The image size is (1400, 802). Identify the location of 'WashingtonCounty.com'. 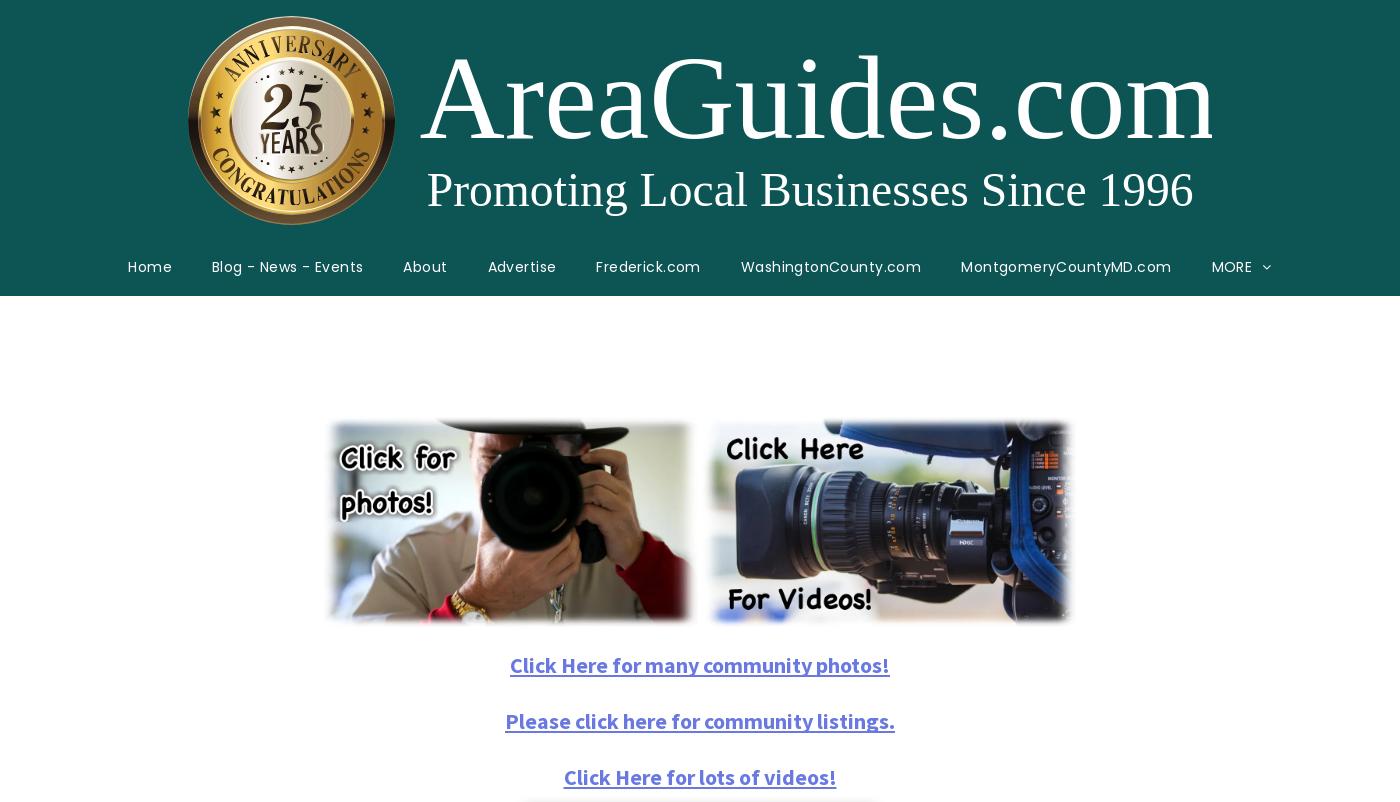
(830, 266).